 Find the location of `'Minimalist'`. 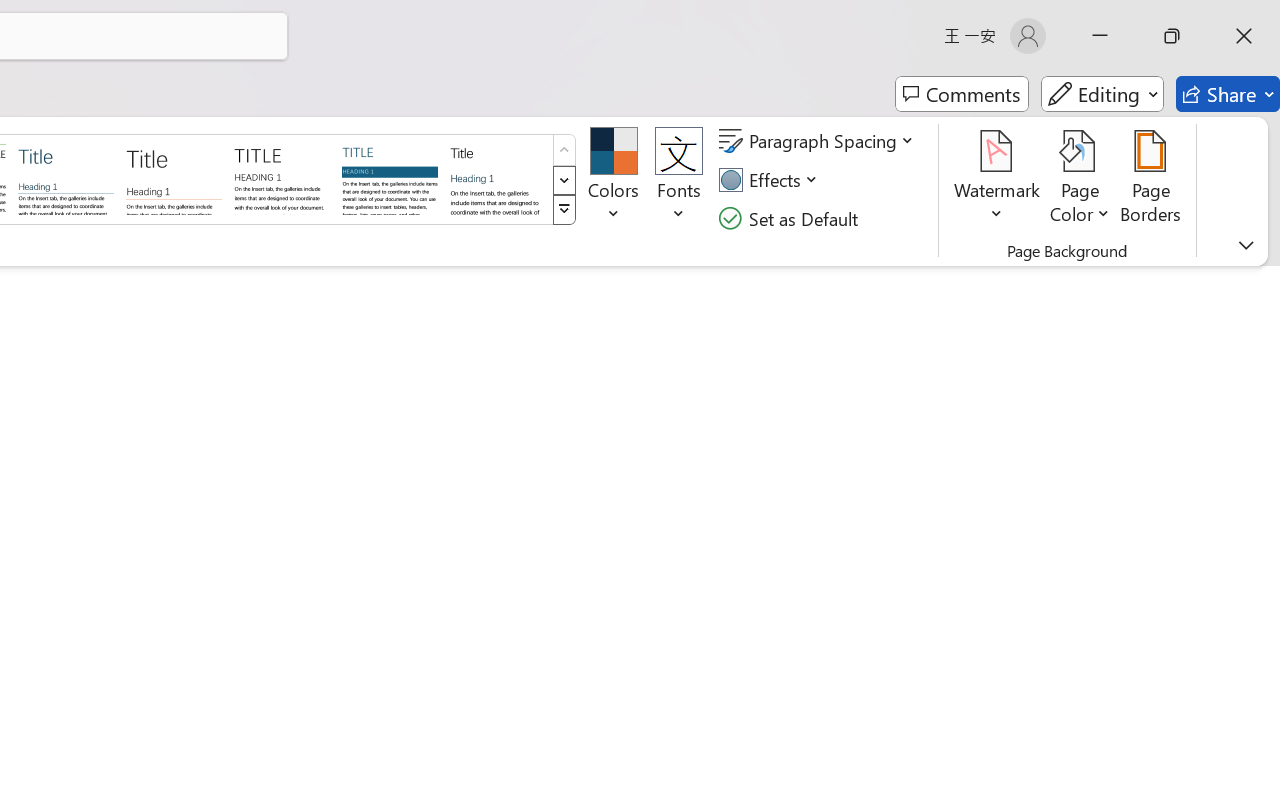

'Minimalist' is located at coordinates (280, 177).